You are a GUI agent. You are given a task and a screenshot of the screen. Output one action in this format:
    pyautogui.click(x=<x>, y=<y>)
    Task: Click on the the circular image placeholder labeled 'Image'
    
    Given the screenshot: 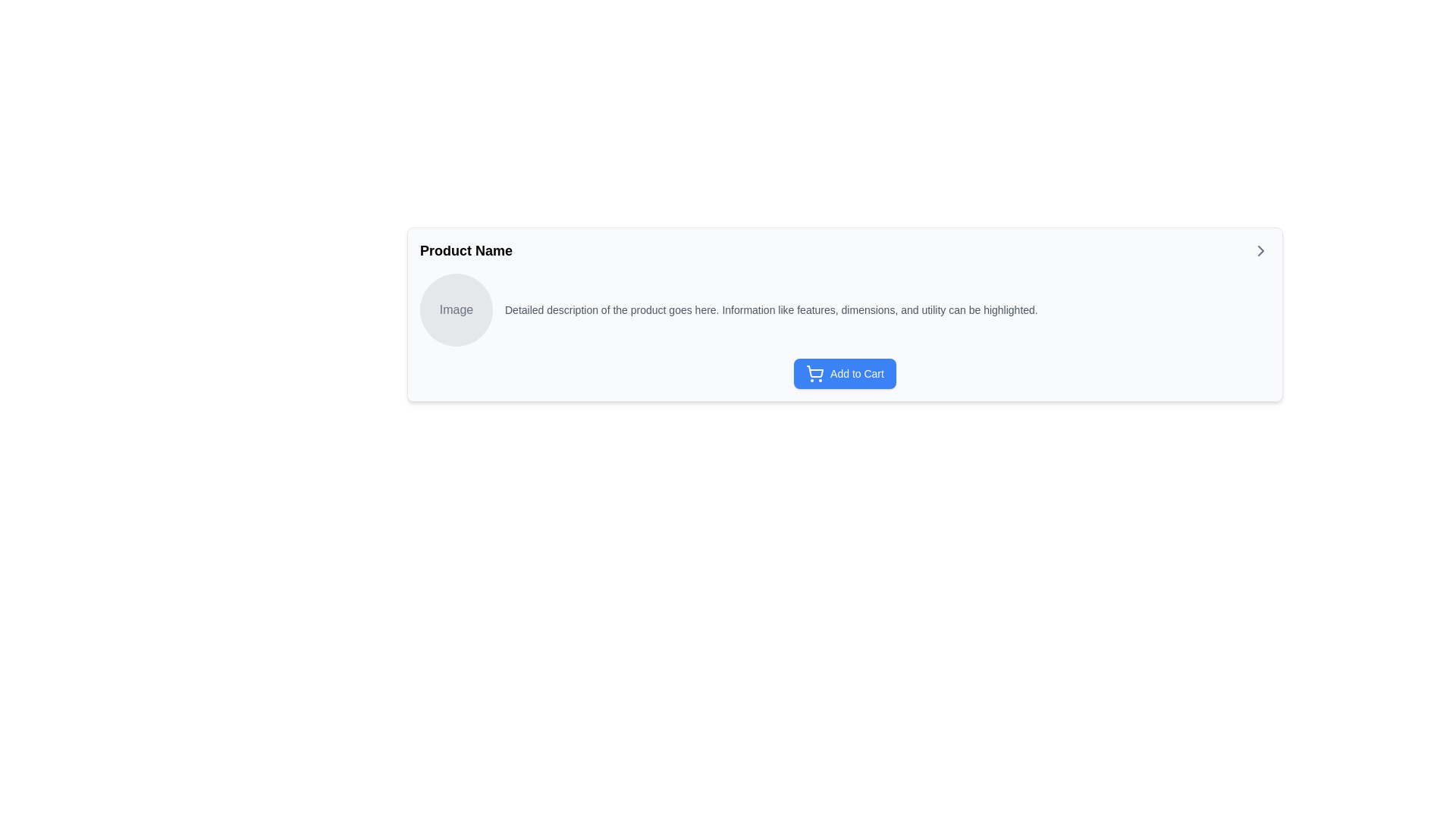 What is the action you would take?
    pyautogui.click(x=455, y=309)
    